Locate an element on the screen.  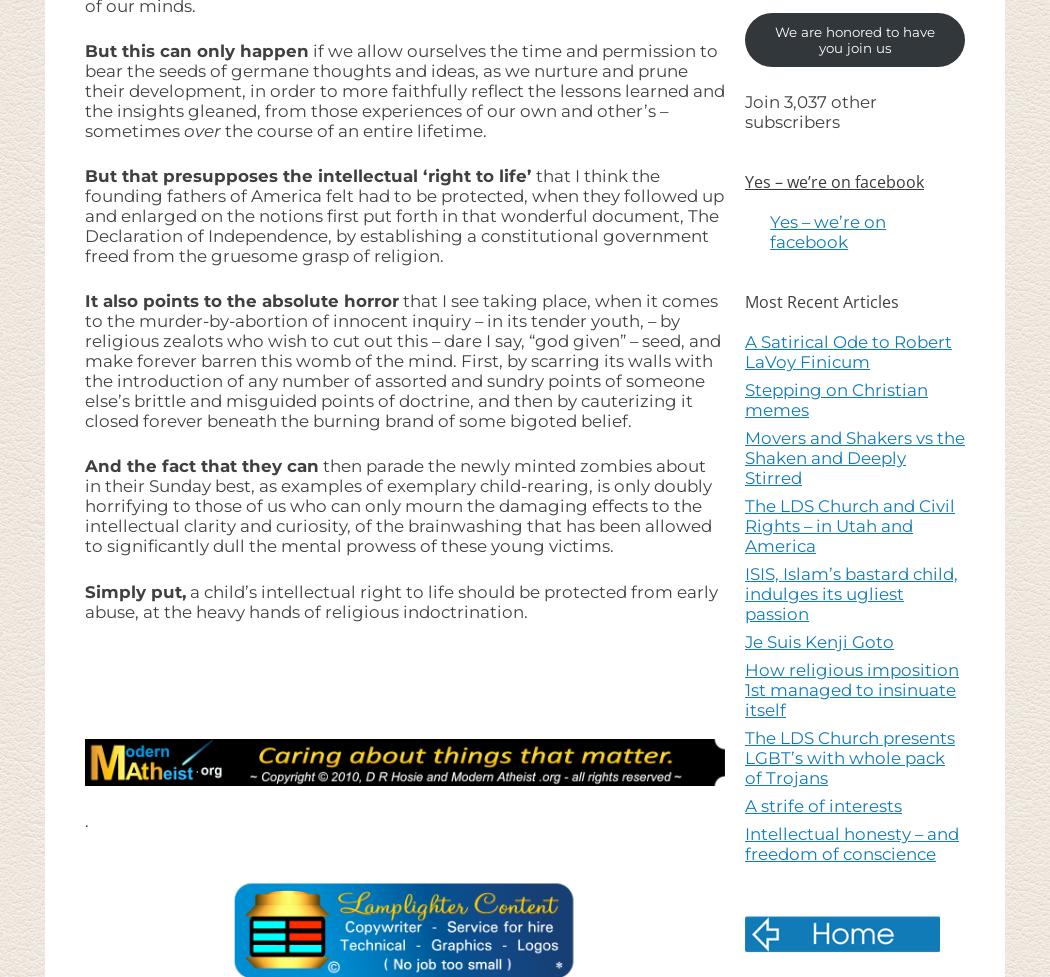
'Most Recent Articles' is located at coordinates (821, 300).